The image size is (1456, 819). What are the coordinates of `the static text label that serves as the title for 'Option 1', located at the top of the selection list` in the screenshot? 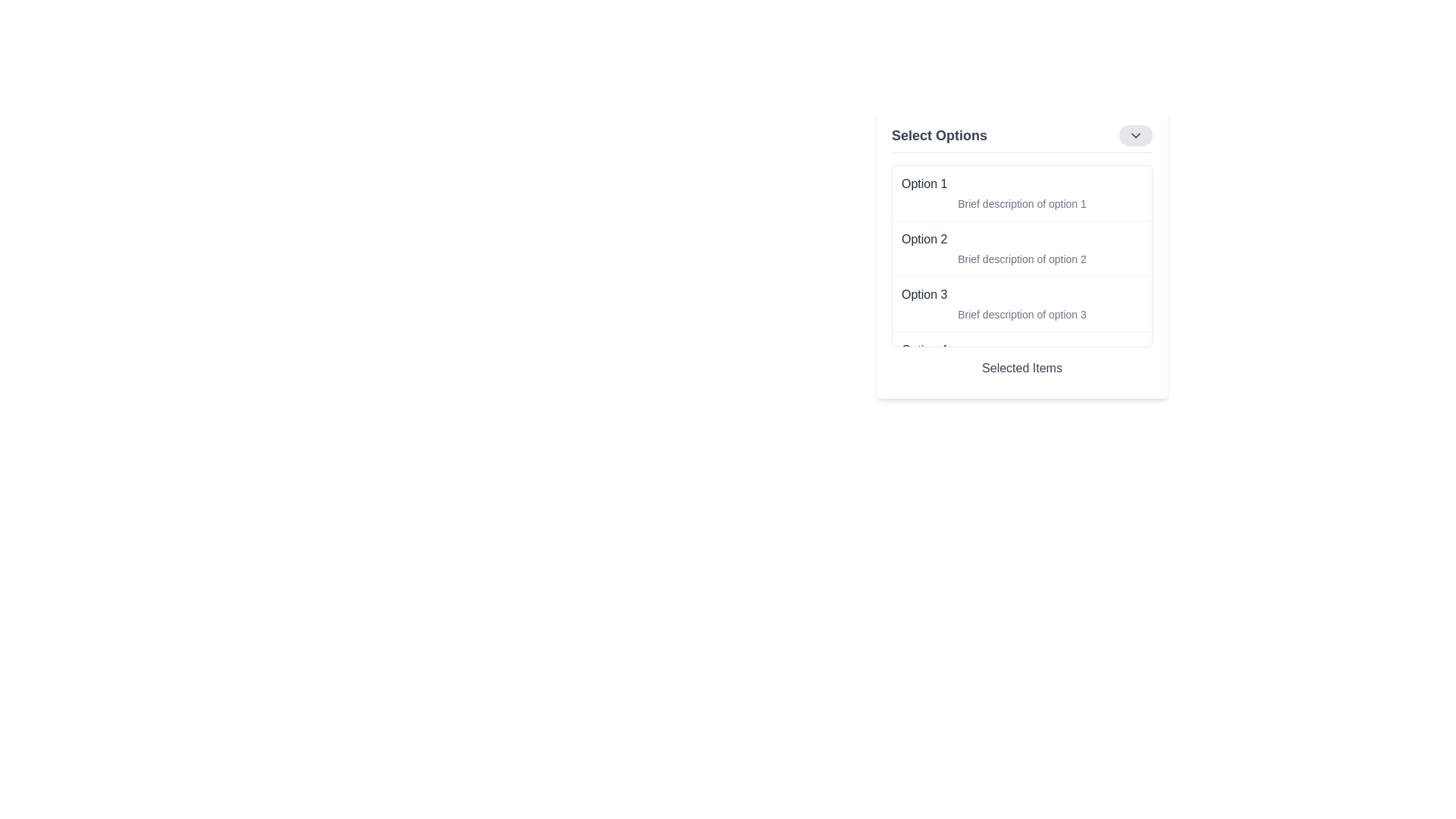 It's located at (924, 184).